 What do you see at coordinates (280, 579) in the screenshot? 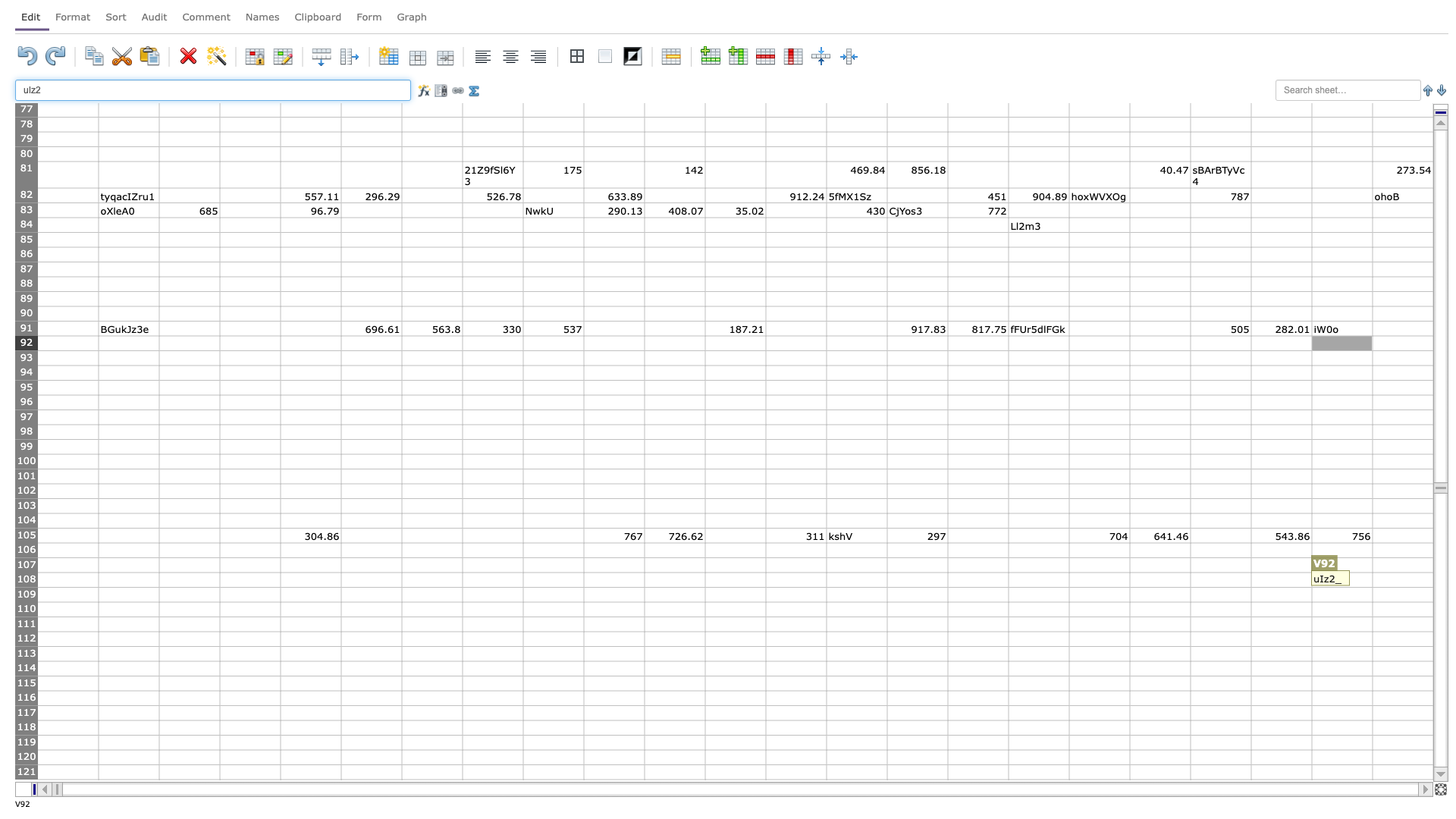
I see `right edge of D108` at bounding box center [280, 579].